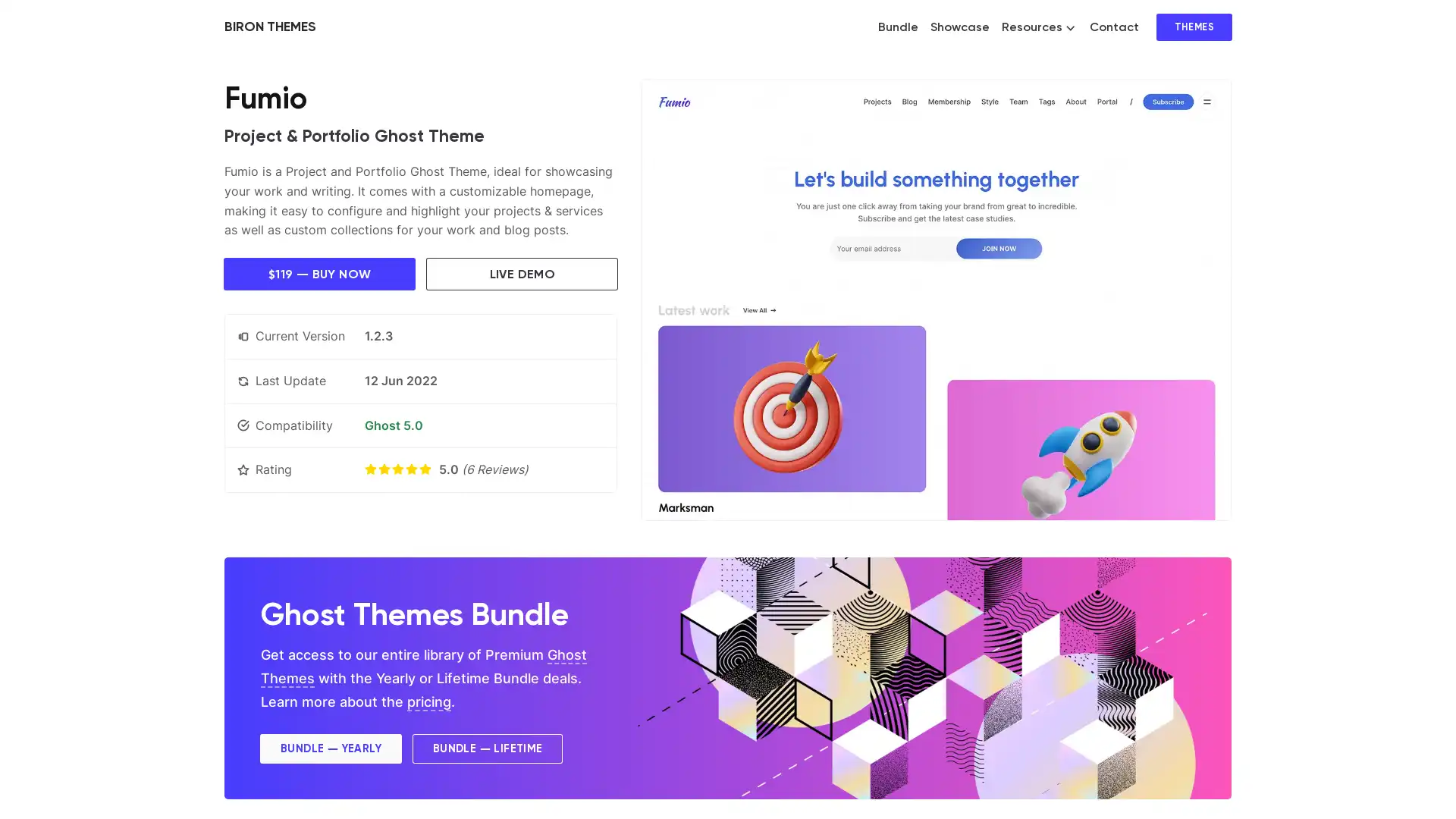 The image size is (1456, 819). What do you see at coordinates (1037, 27) in the screenshot?
I see `Resources` at bounding box center [1037, 27].